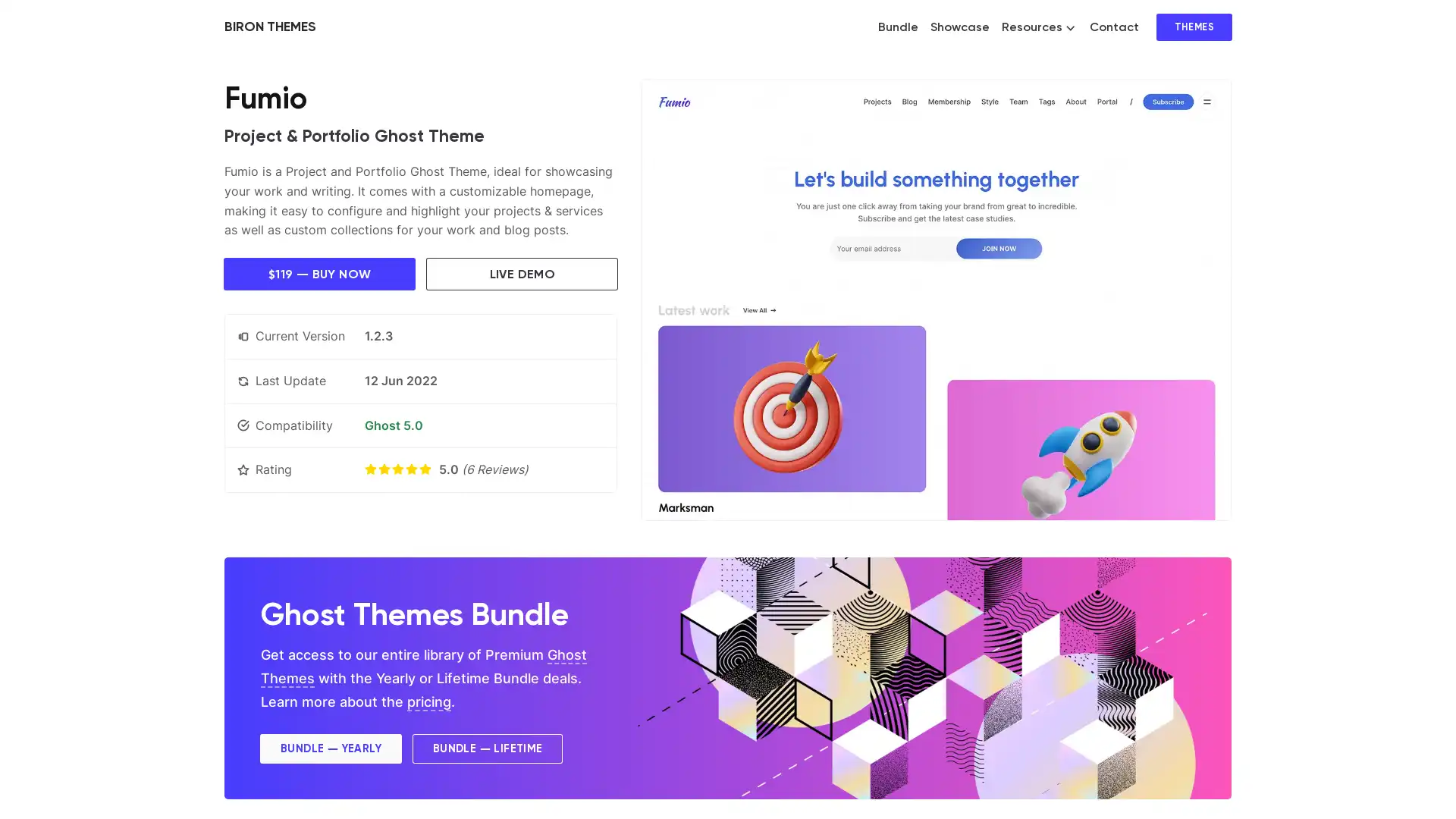 The image size is (1456, 819). What do you see at coordinates (1037, 27) in the screenshot?
I see `Resources` at bounding box center [1037, 27].